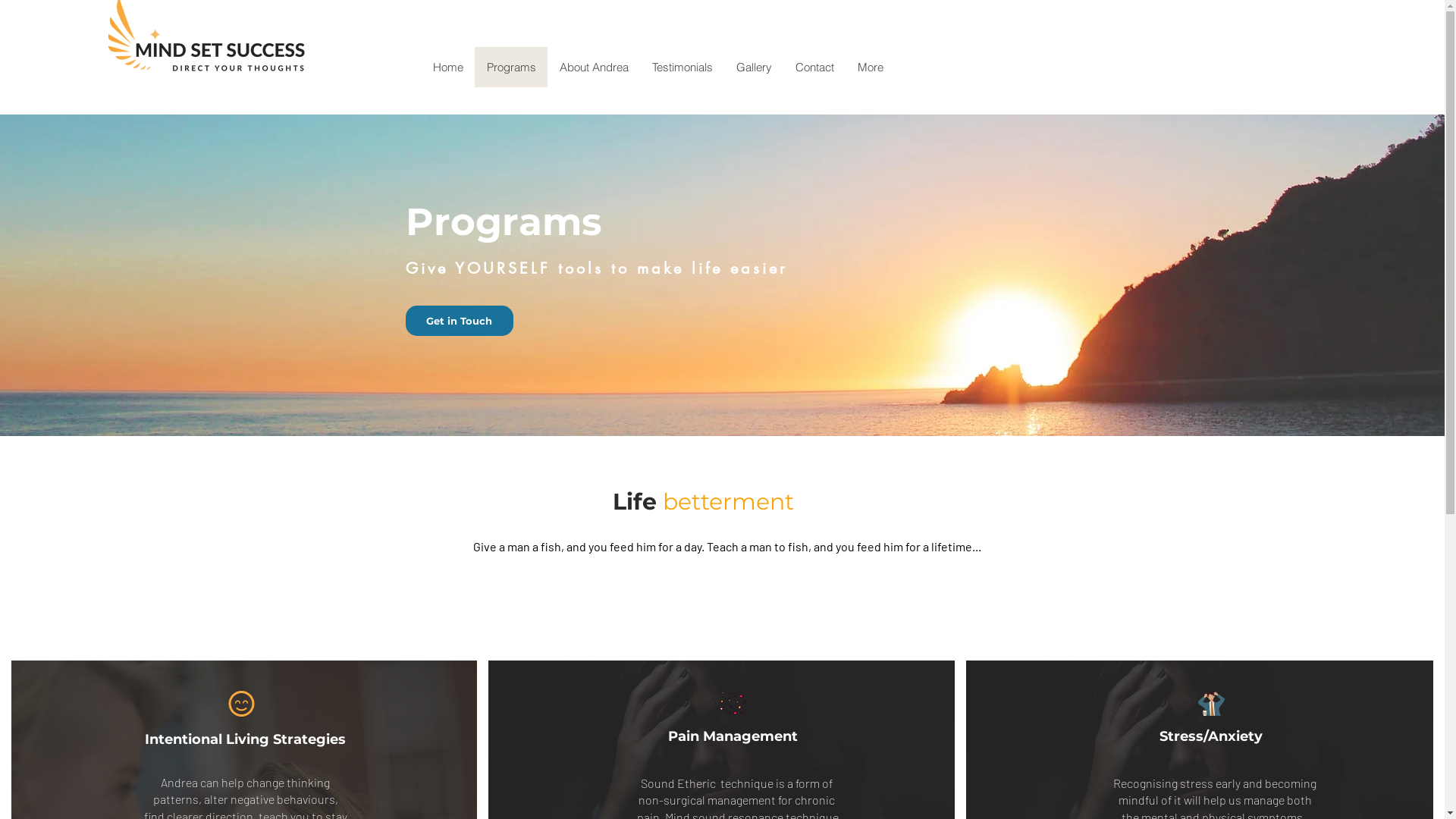  I want to click on 'Programs', so click(510, 66).